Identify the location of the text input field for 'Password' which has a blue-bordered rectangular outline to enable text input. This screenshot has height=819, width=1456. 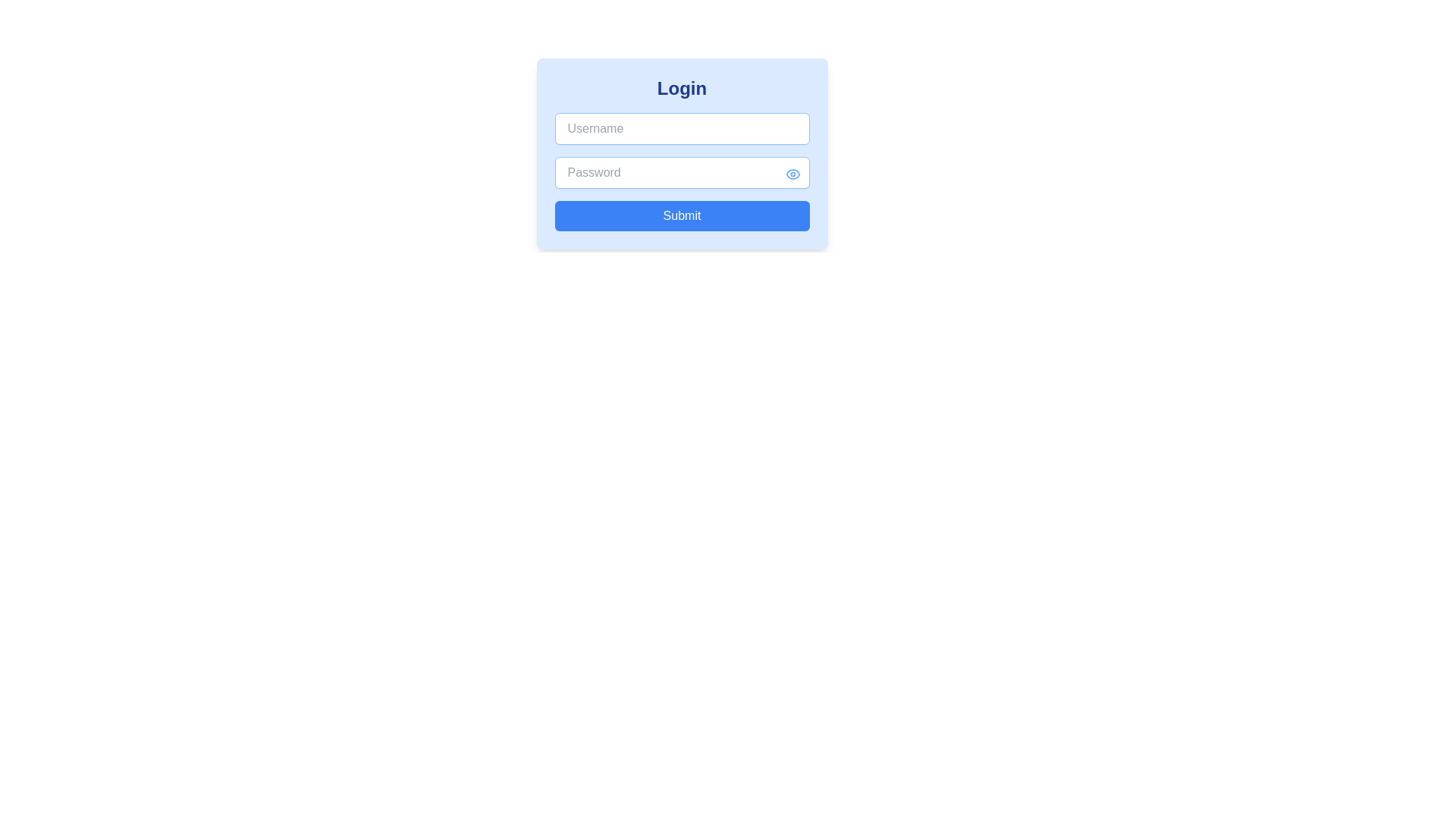
(681, 171).